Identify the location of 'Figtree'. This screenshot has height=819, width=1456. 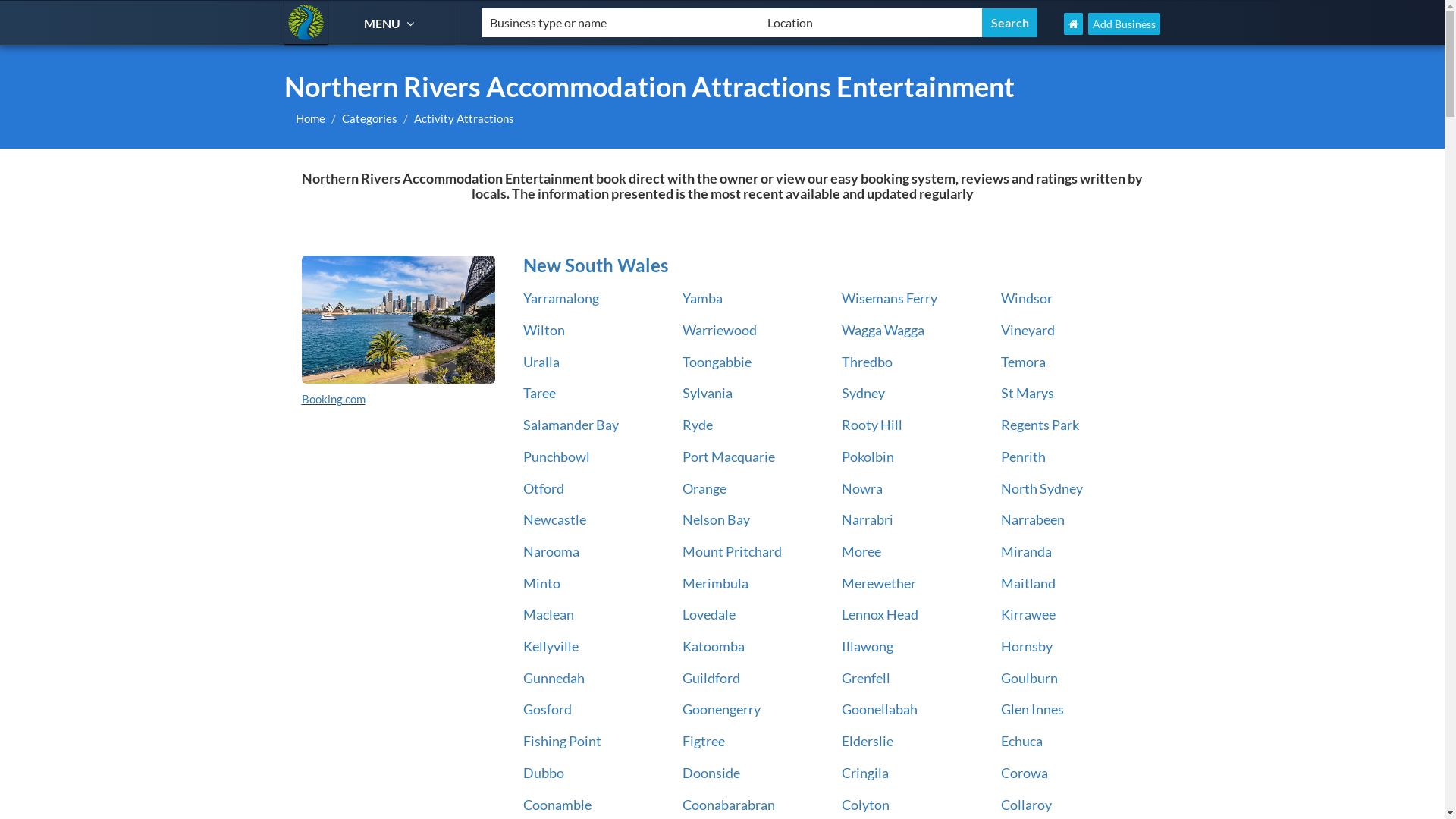
(702, 739).